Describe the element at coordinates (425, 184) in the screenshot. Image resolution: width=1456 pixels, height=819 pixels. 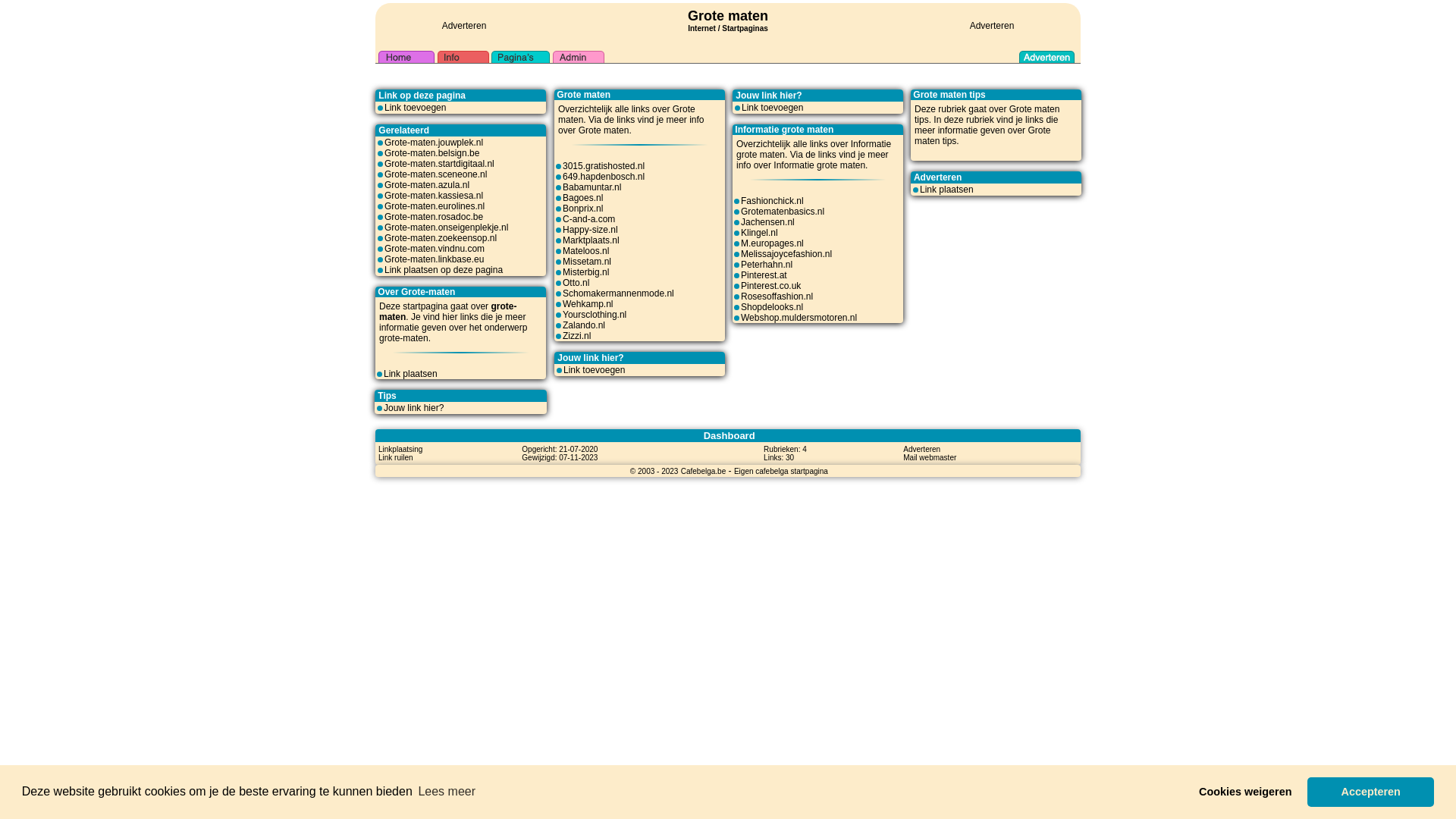
I see `'Grote-maten.azula.nl'` at that location.